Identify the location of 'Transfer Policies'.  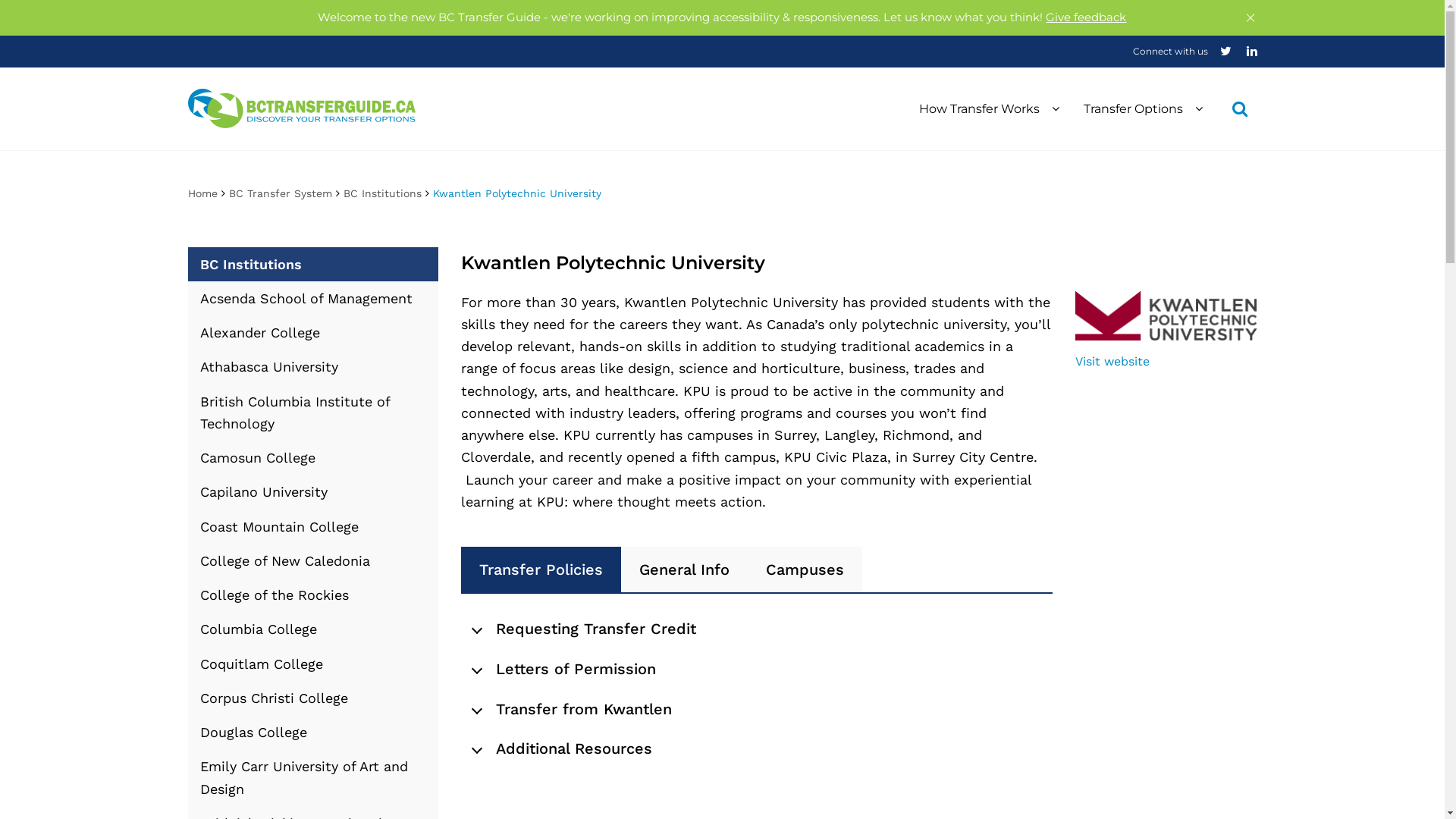
(541, 570).